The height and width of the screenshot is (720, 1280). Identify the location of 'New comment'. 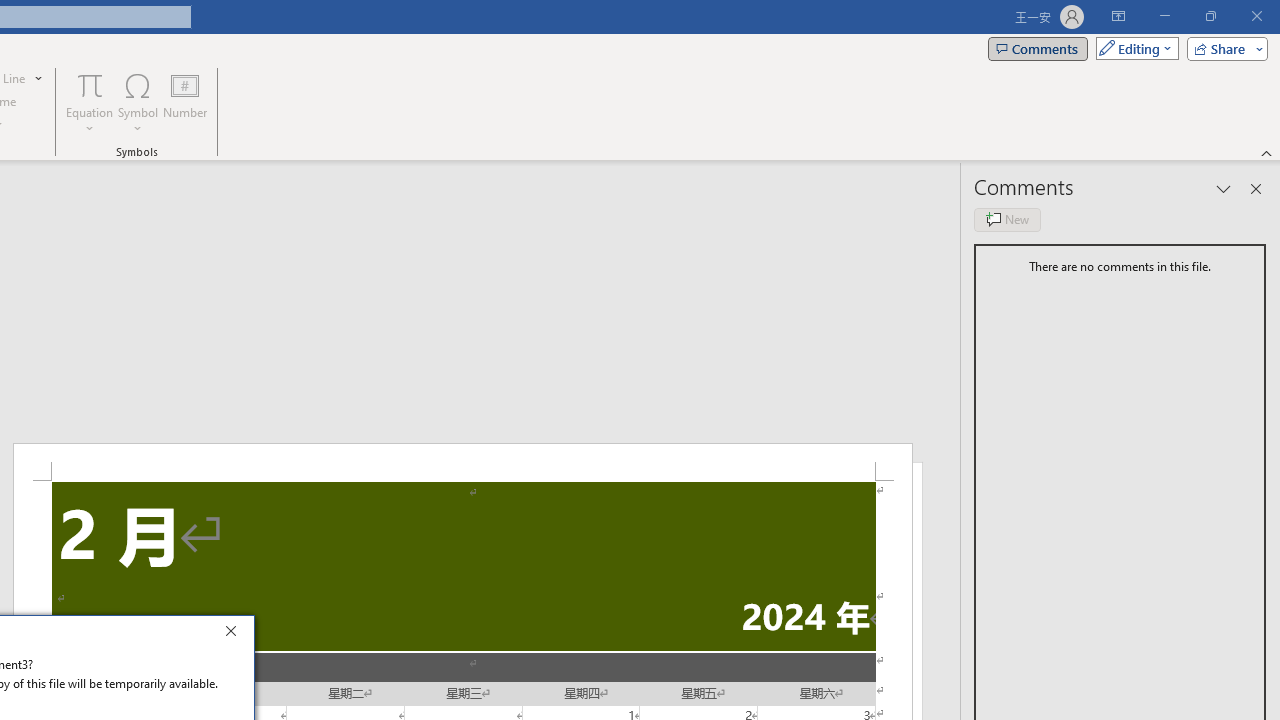
(1007, 219).